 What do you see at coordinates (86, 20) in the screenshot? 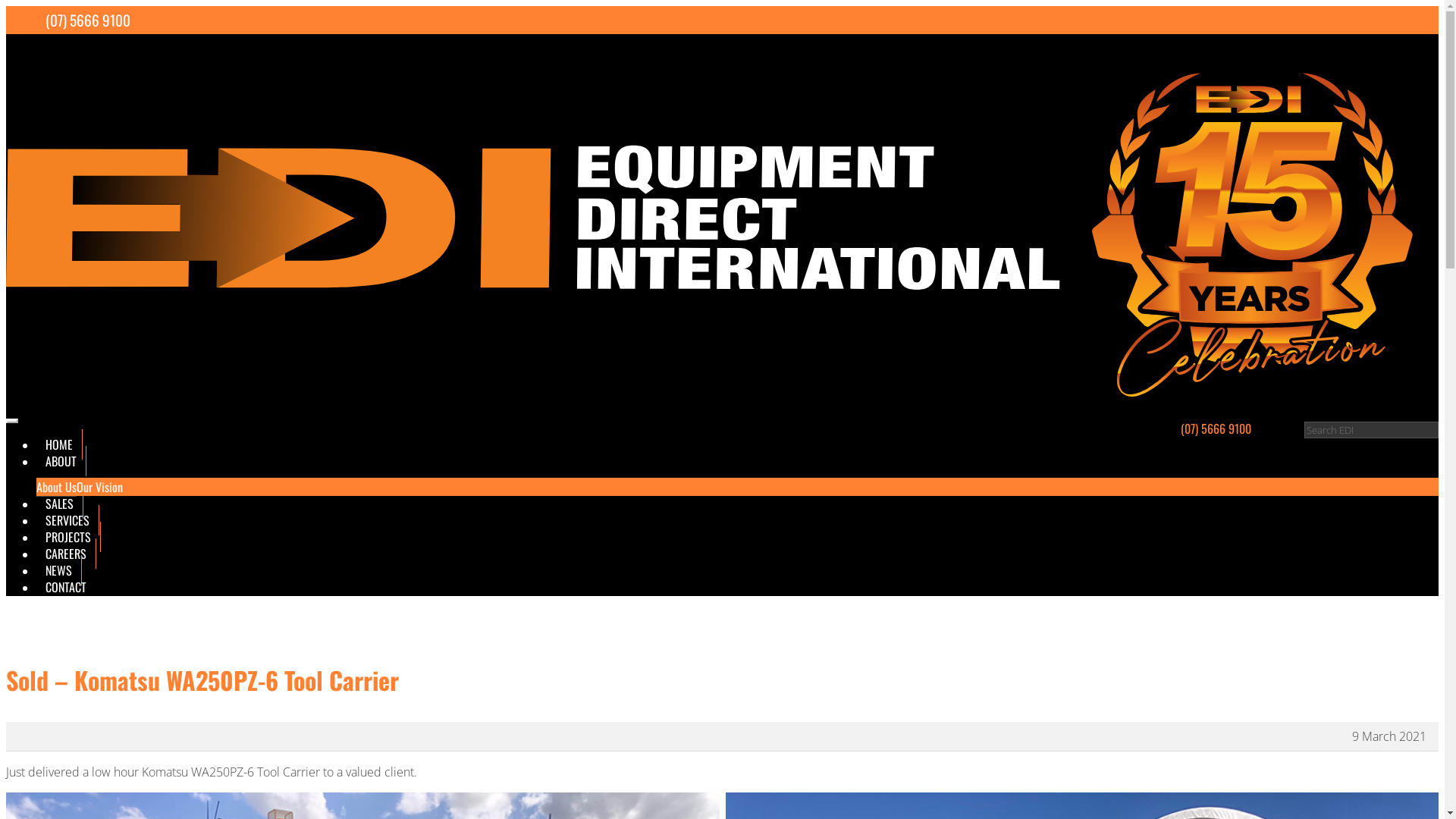
I see `'(07) 5666 9100'` at bounding box center [86, 20].